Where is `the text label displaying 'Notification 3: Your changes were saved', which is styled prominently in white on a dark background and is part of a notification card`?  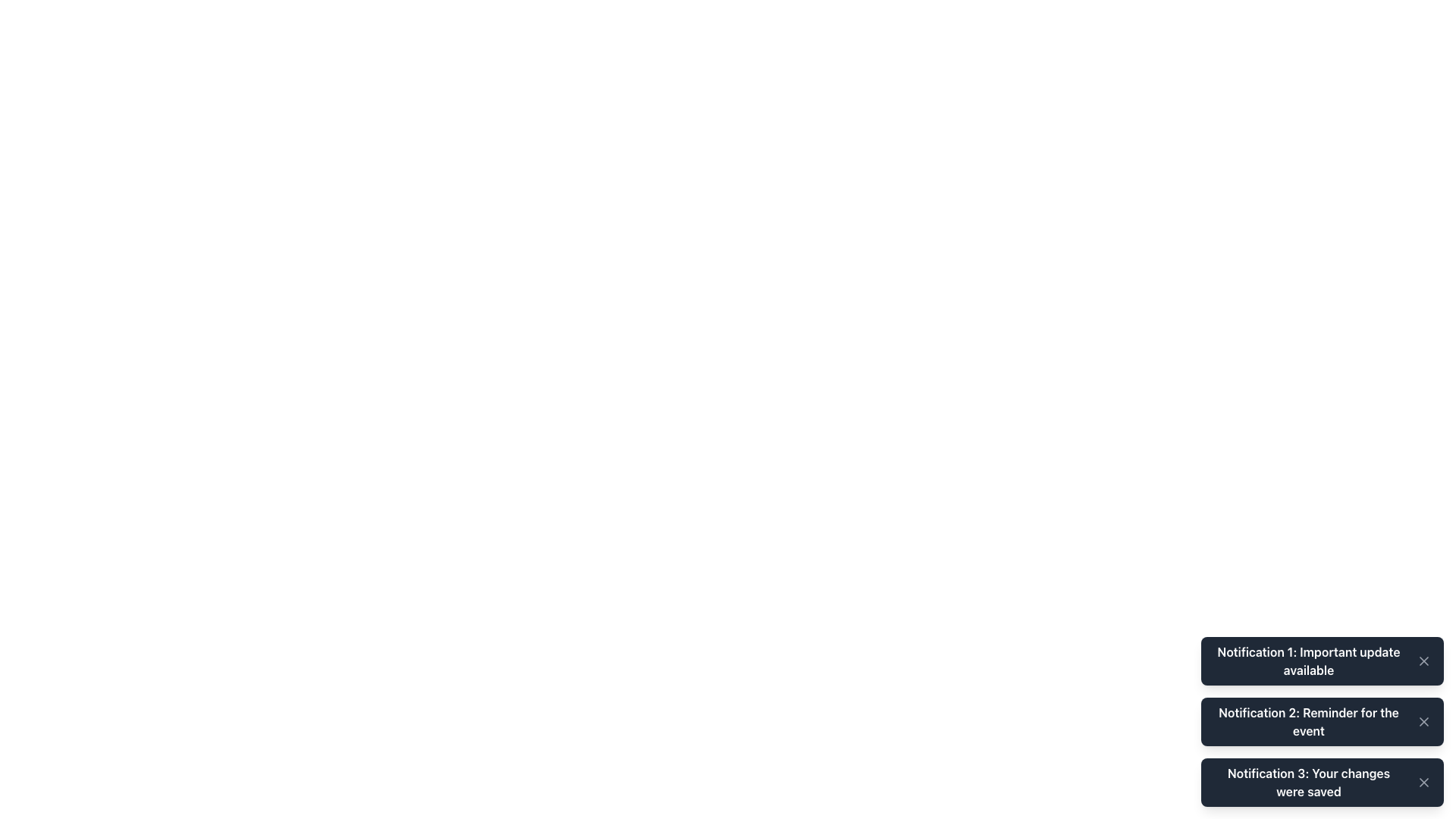
the text label displaying 'Notification 3: Your changes were saved', which is styled prominently in white on a dark background and is part of a notification card is located at coordinates (1308, 783).